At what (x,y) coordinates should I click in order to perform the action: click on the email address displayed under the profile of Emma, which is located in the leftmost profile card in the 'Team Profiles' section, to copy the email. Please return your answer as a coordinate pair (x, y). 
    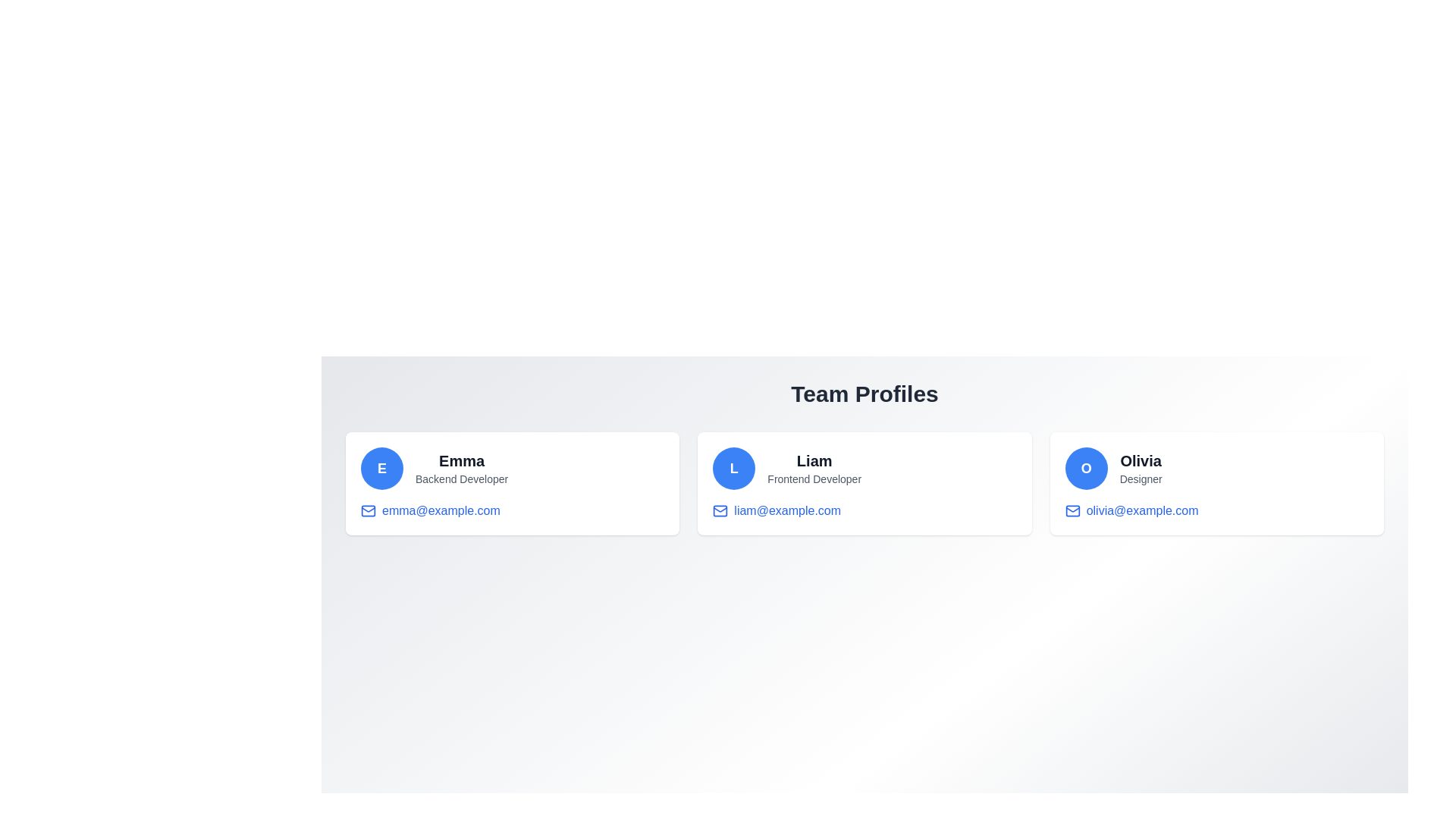
    Looking at the image, I should click on (440, 511).